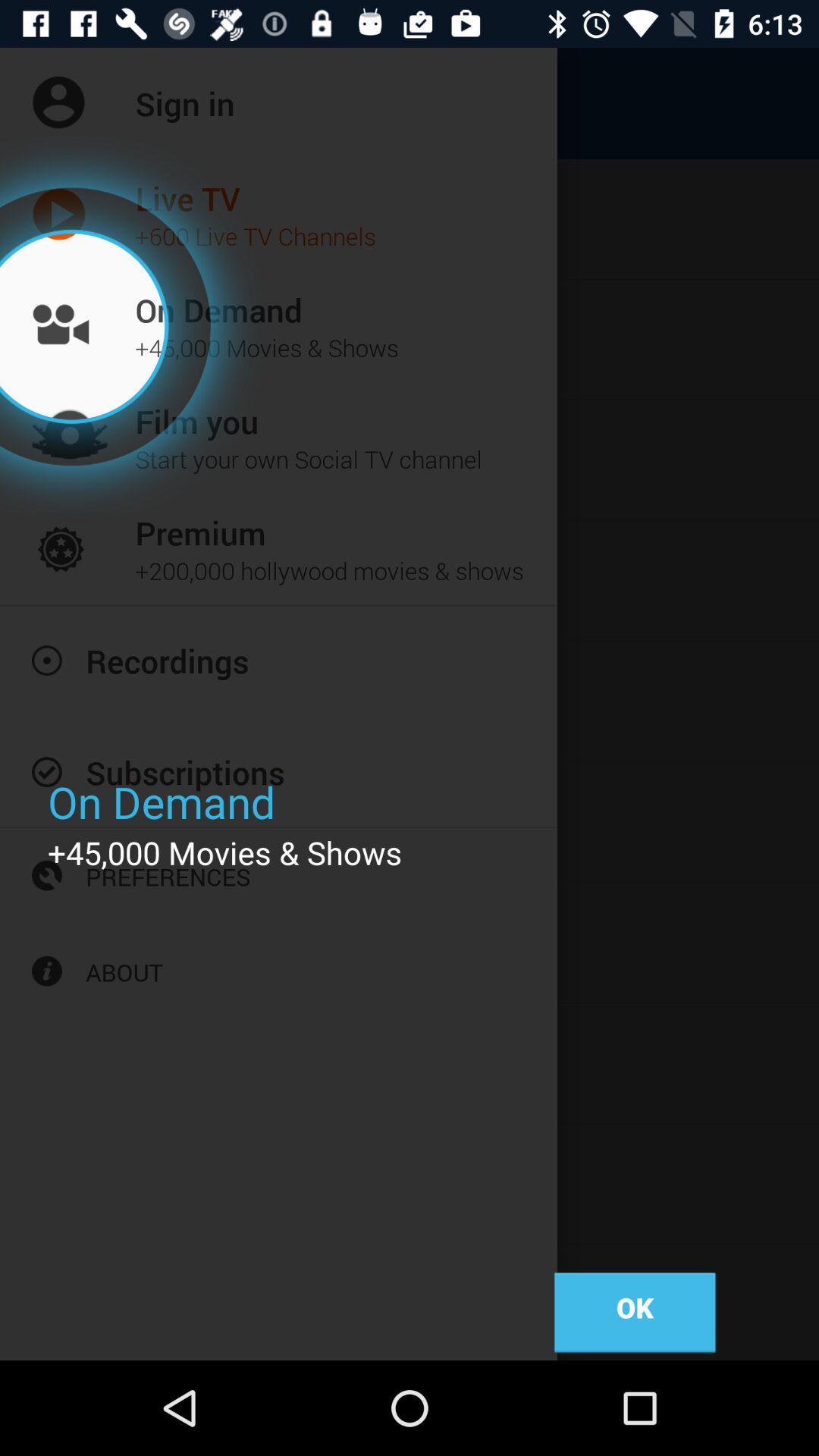 This screenshot has width=819, height=1456. I want to click on icon beside recordings, so click(45, 660).